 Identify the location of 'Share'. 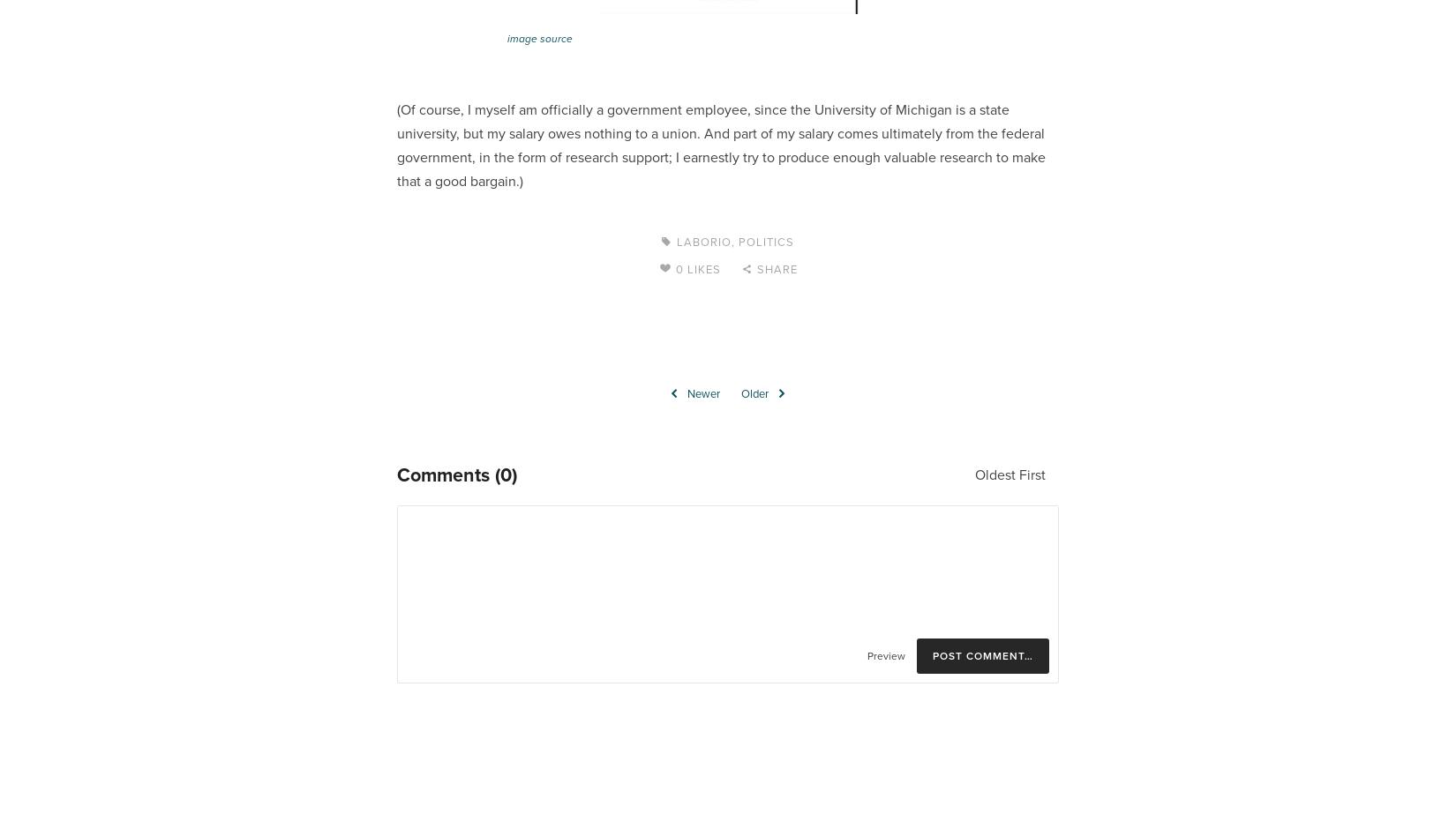
(776, 269).